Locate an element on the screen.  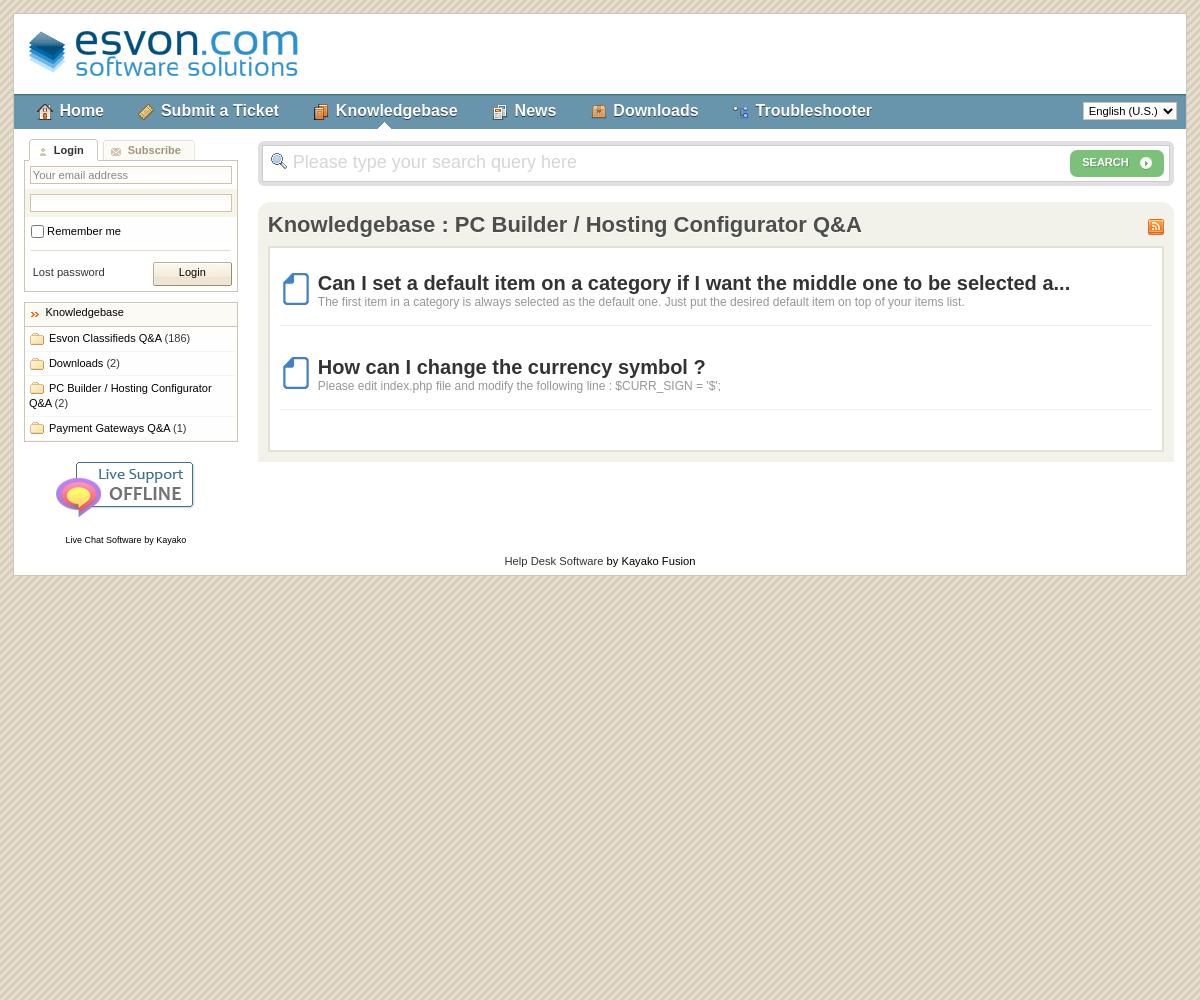
'Help Desk Software' is located at coordinates (552, 561).